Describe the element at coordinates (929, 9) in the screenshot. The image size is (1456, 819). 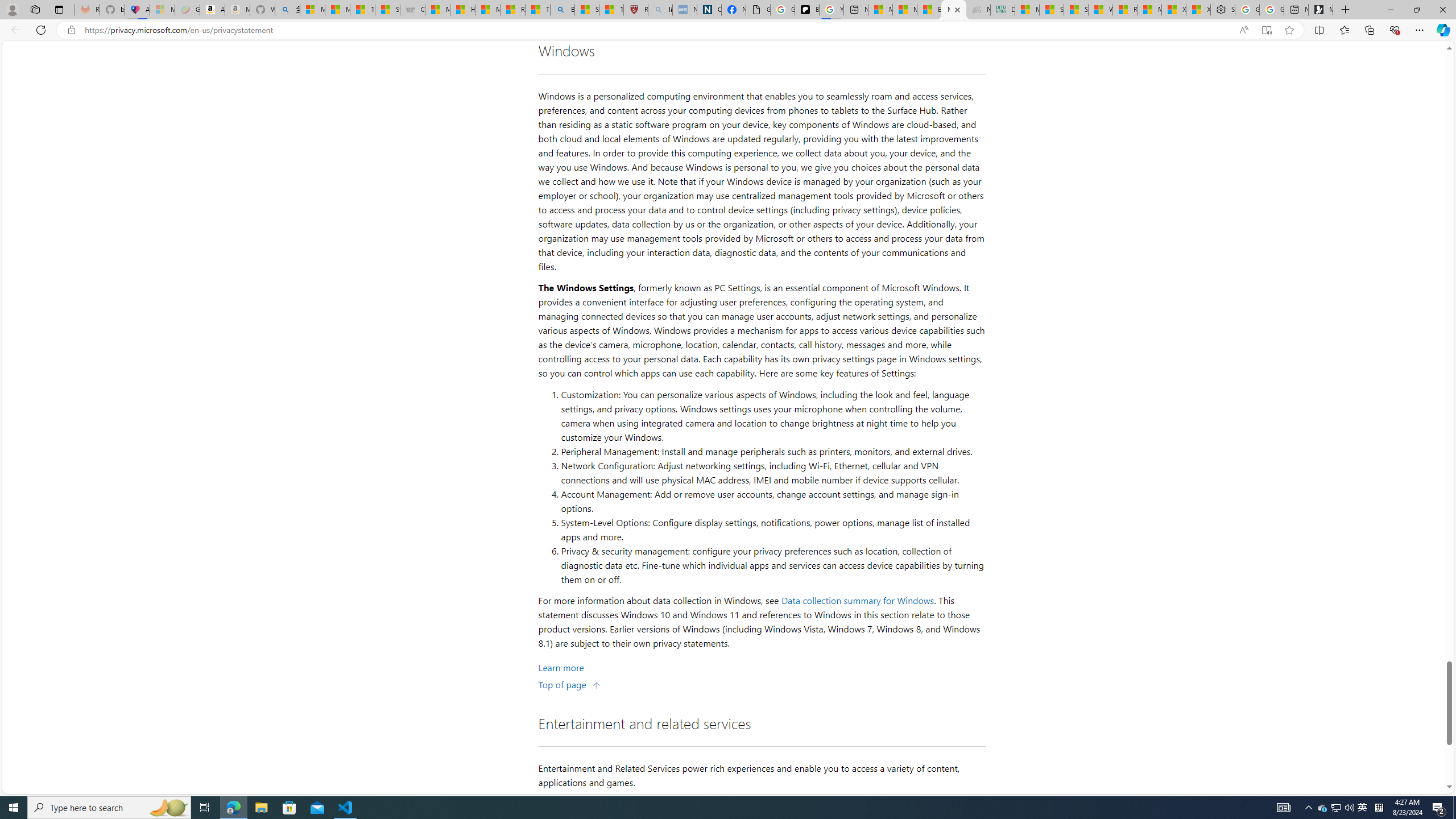
I see `'Entertainment - MSN'` at that location.